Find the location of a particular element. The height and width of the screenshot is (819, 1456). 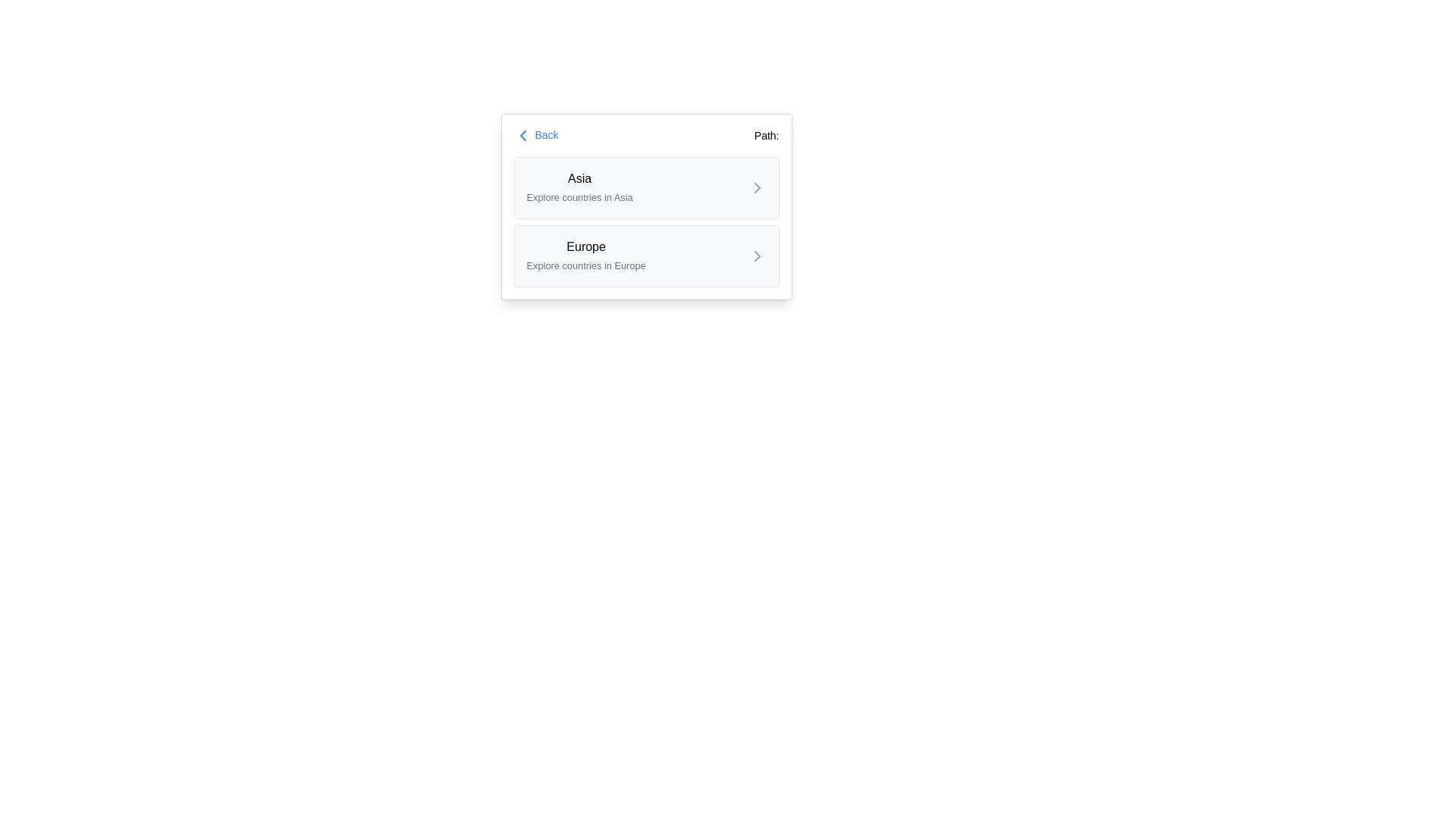

the interactive section labeled 'Asia' with a white background and rounded corners is located at coordinates (646, 207).